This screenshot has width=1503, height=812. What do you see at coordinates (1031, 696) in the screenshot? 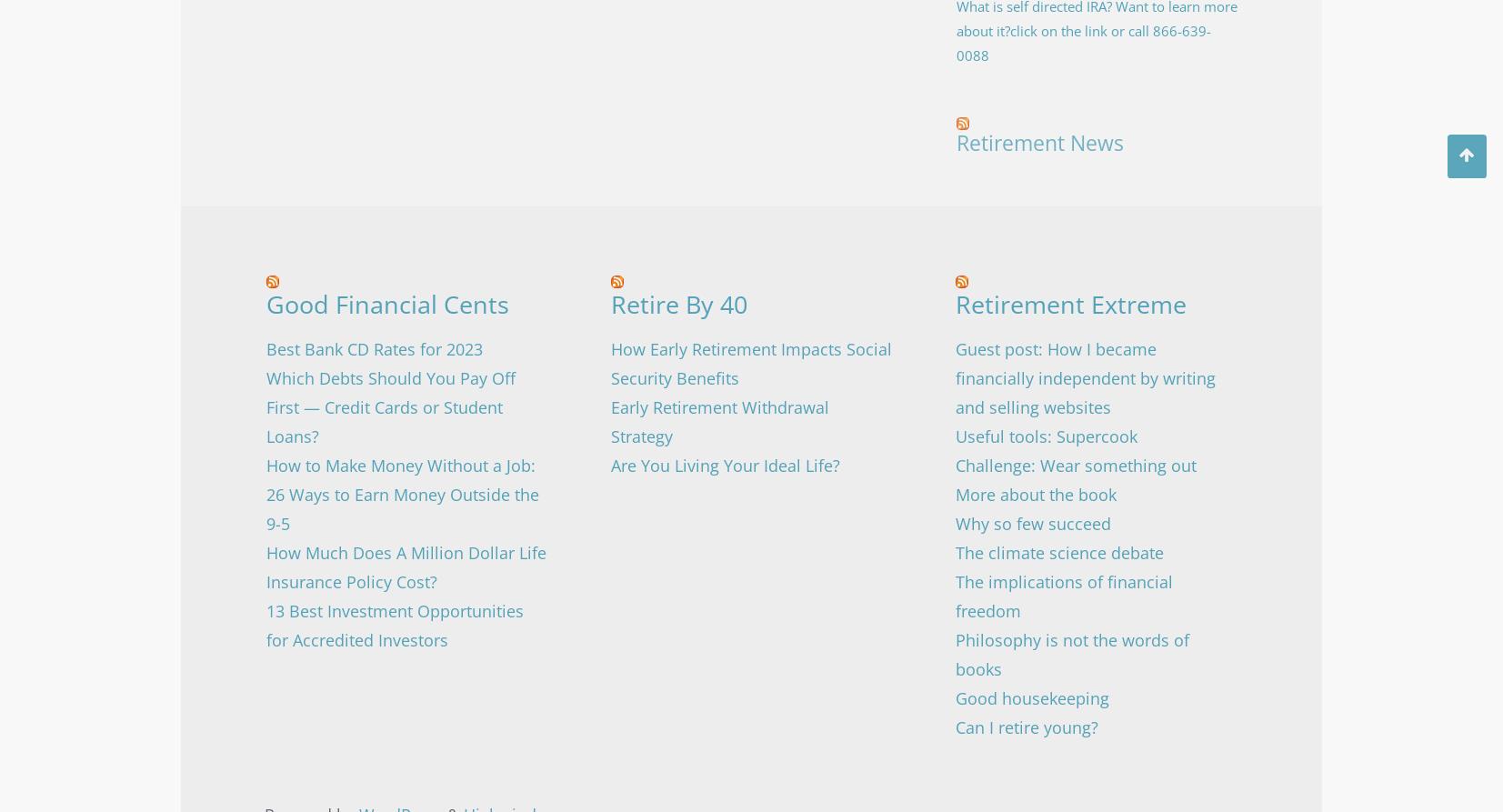
I see `'Good housekeeping'` at bounding box center [1031, 696].